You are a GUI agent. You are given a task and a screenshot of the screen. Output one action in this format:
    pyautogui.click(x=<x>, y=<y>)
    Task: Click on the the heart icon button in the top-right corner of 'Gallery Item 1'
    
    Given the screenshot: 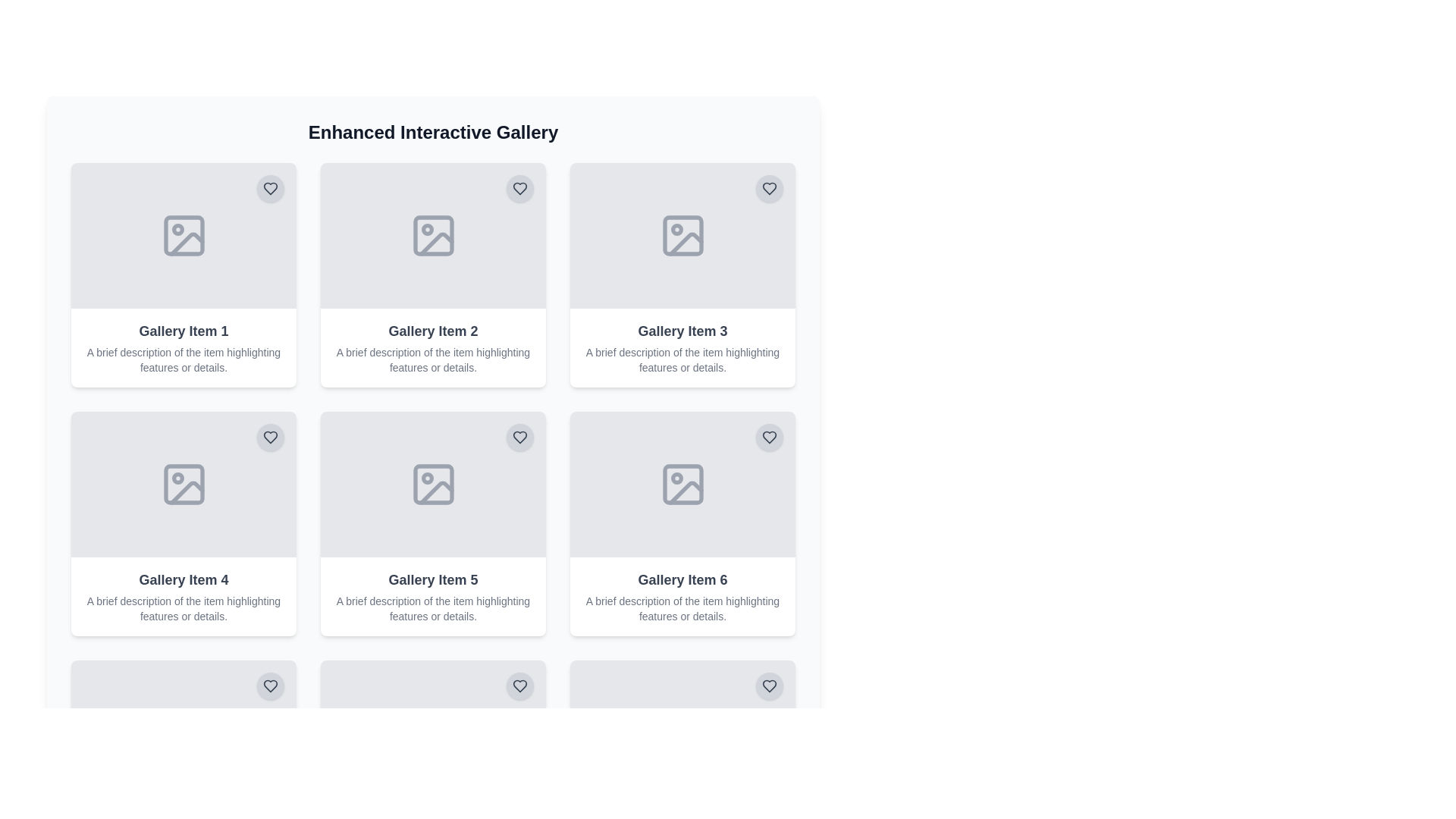 What is the action you would take?
    pyautogui.click(x=270, y=188)
    